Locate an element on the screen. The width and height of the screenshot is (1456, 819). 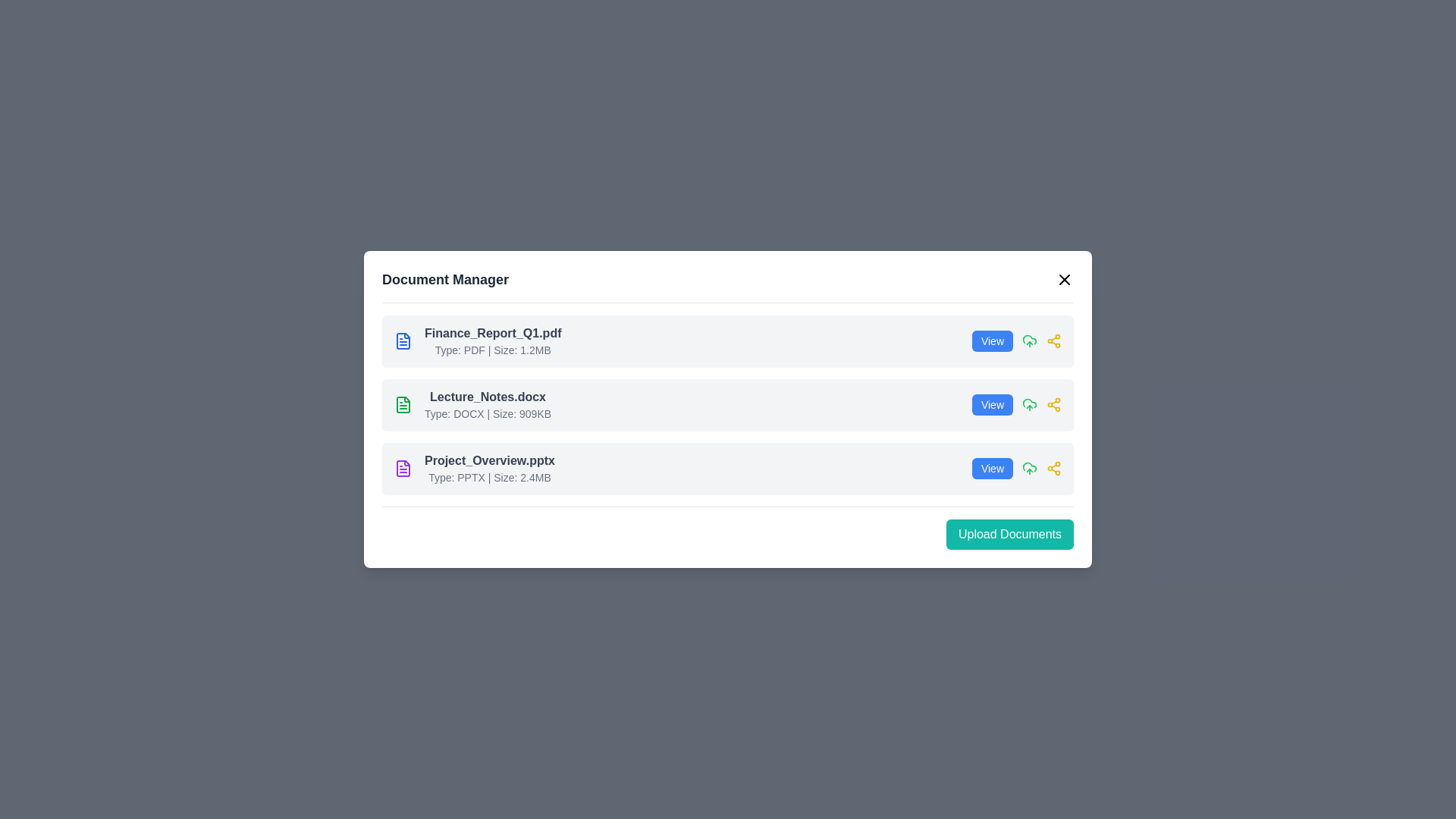
the yellow 'Share' icon, which is the third icon in a row next to the 'View' button in the 'Document Manager' dialog box is located at coordinates (1053, 467).